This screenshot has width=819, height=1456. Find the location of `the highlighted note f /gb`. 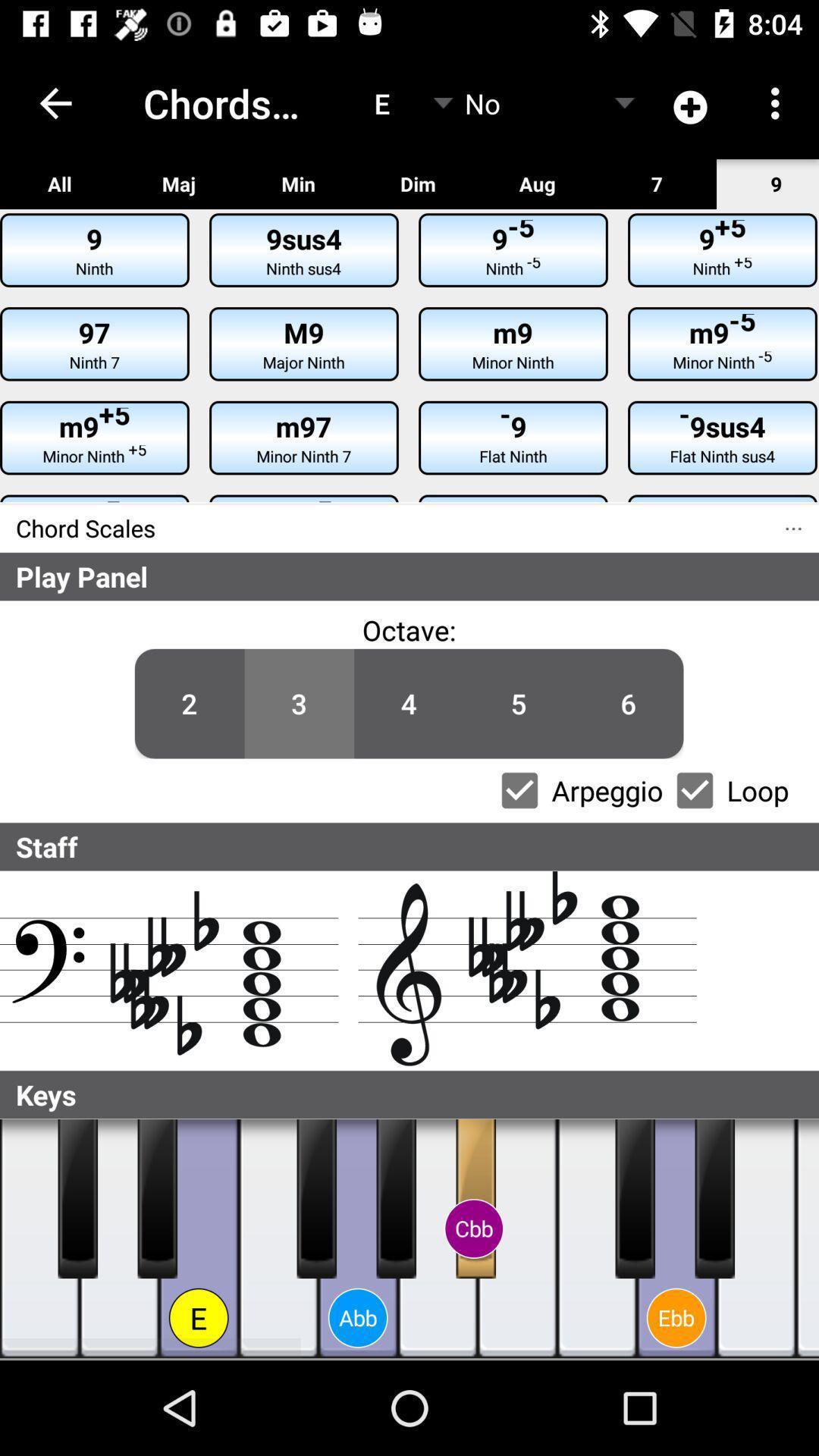

the highlighted note f /gb is located at coordinates (315, 1197).